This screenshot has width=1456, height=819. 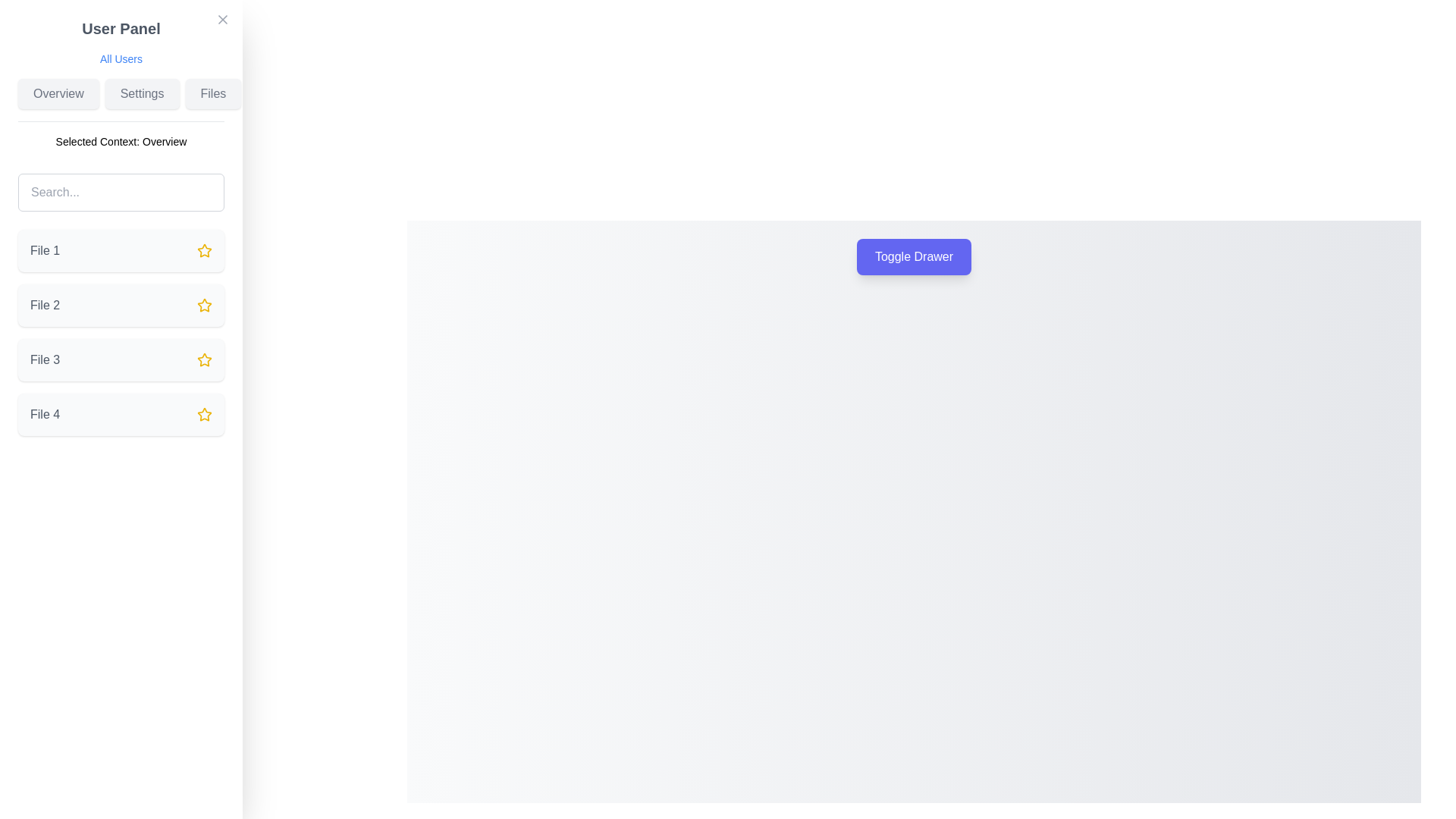 I want to click on the star-shaped icon with a yellow outline that is positioned next to the text 'File 1', so click(x=203, y=250).